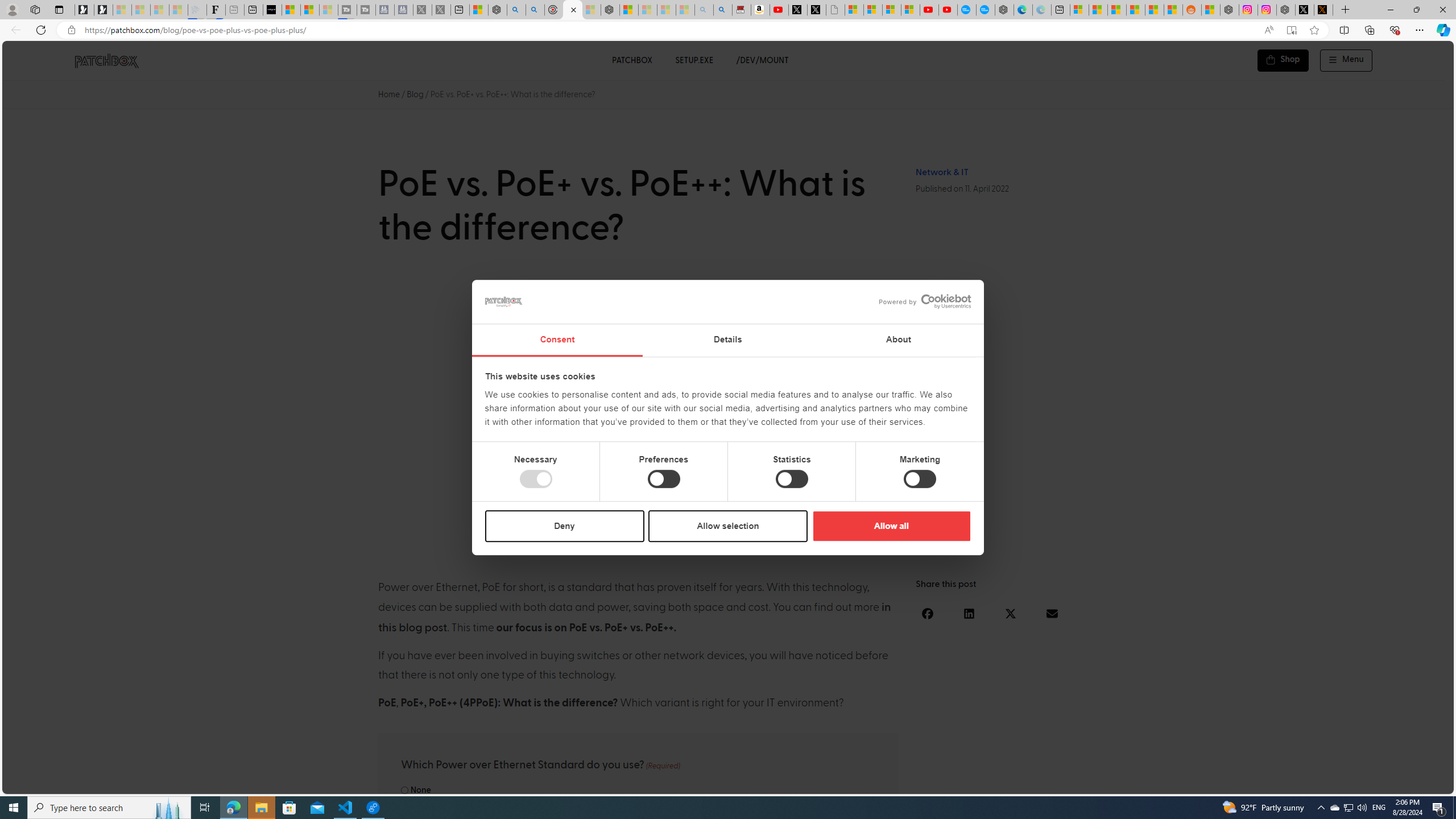 This screenshot has height=819, width=1456. What do you see at coordinates (1011, 614) in the screenshot?
I see `'Share on x-twitter'` at bounding box center [1011, 614].